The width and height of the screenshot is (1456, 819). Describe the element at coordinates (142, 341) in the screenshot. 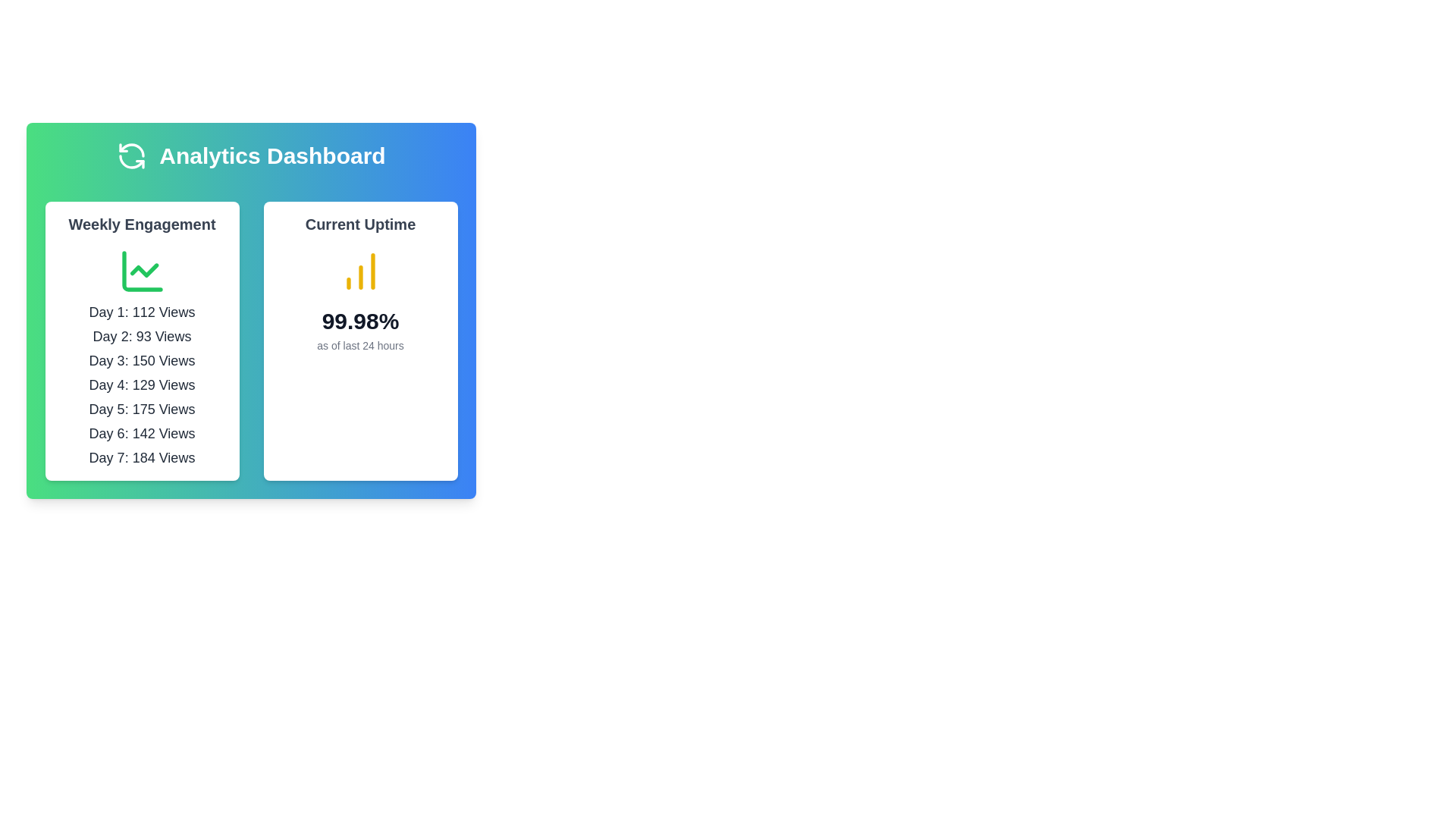

I see `the 'Weekly Engagement' informational card, which is a rectangular card with rounded edges, a white background, and contains the title in bold at the top and a green line chart icon` at that location.